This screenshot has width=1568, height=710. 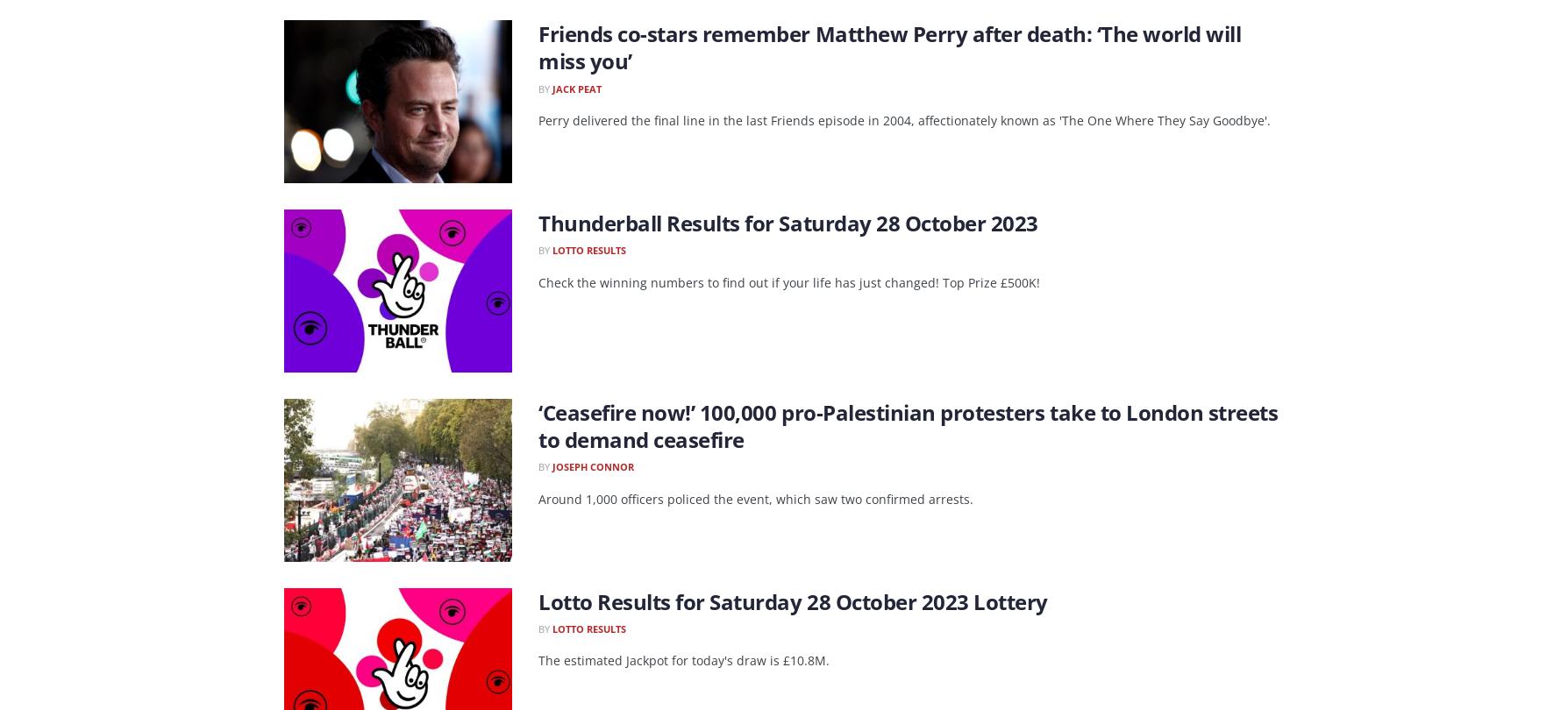 I want to click on 'Check the winning numbers to find out if your life has just changed! Top Prize £500K!', so click(x=789, y=280).